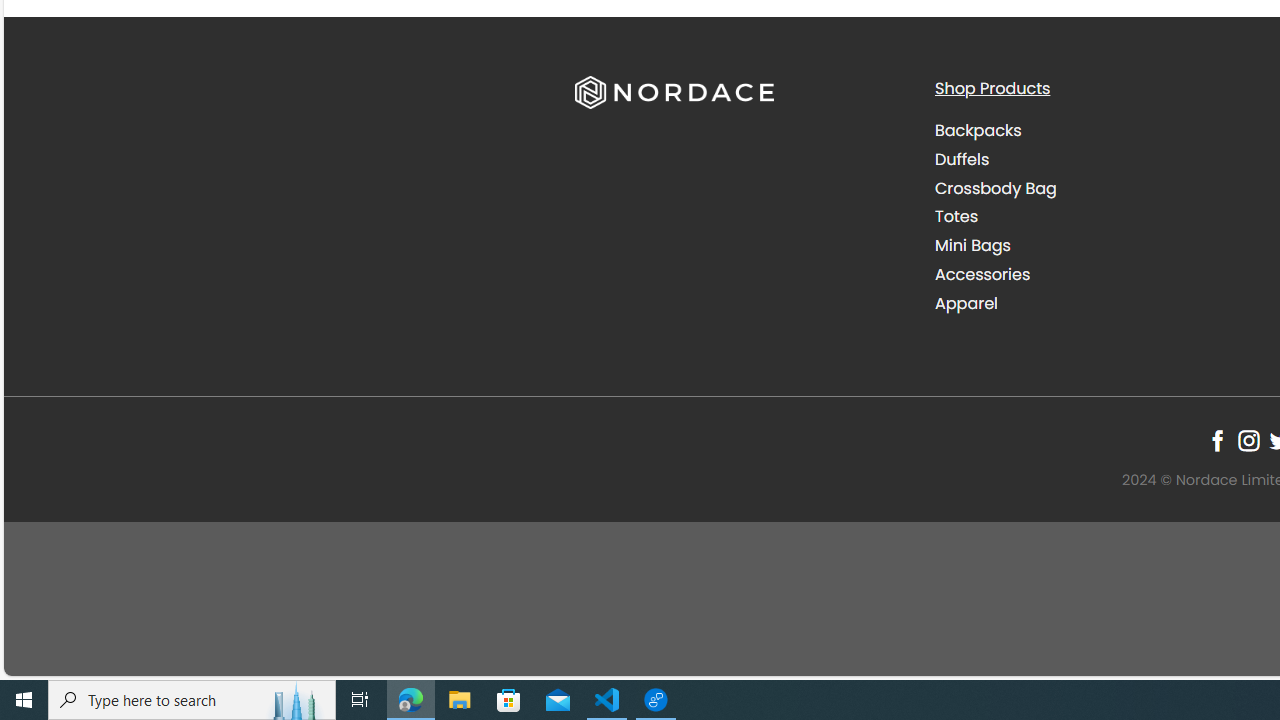 The height and width of the screenshot is (720, 1280). What do you see at coordinates (995, 187) in the screenshot?
I see `'Crossbody Bag'` at bounding box center [995, 187].